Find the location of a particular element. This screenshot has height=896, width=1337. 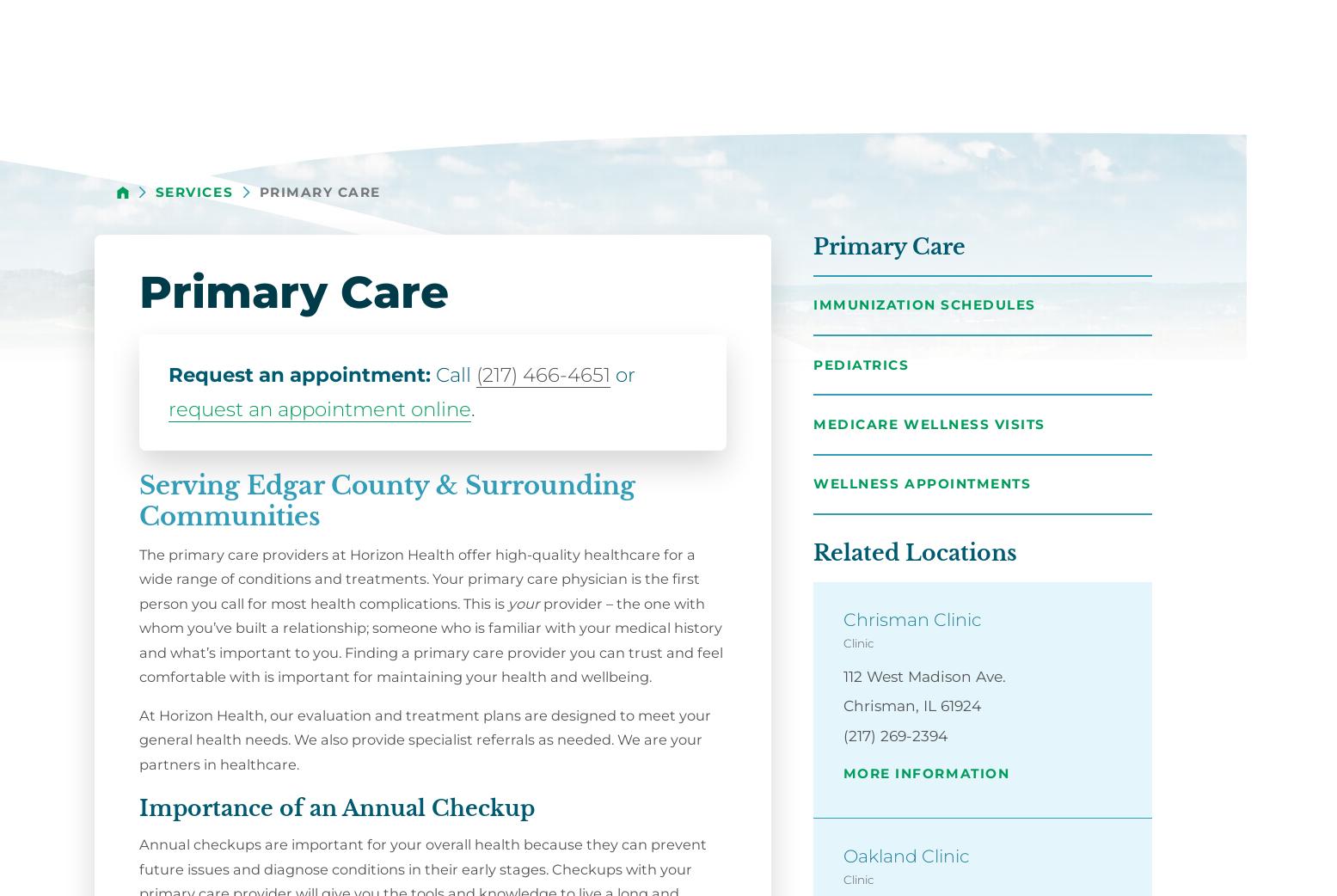

'Related Locations' is located at coordinates (914, 552).